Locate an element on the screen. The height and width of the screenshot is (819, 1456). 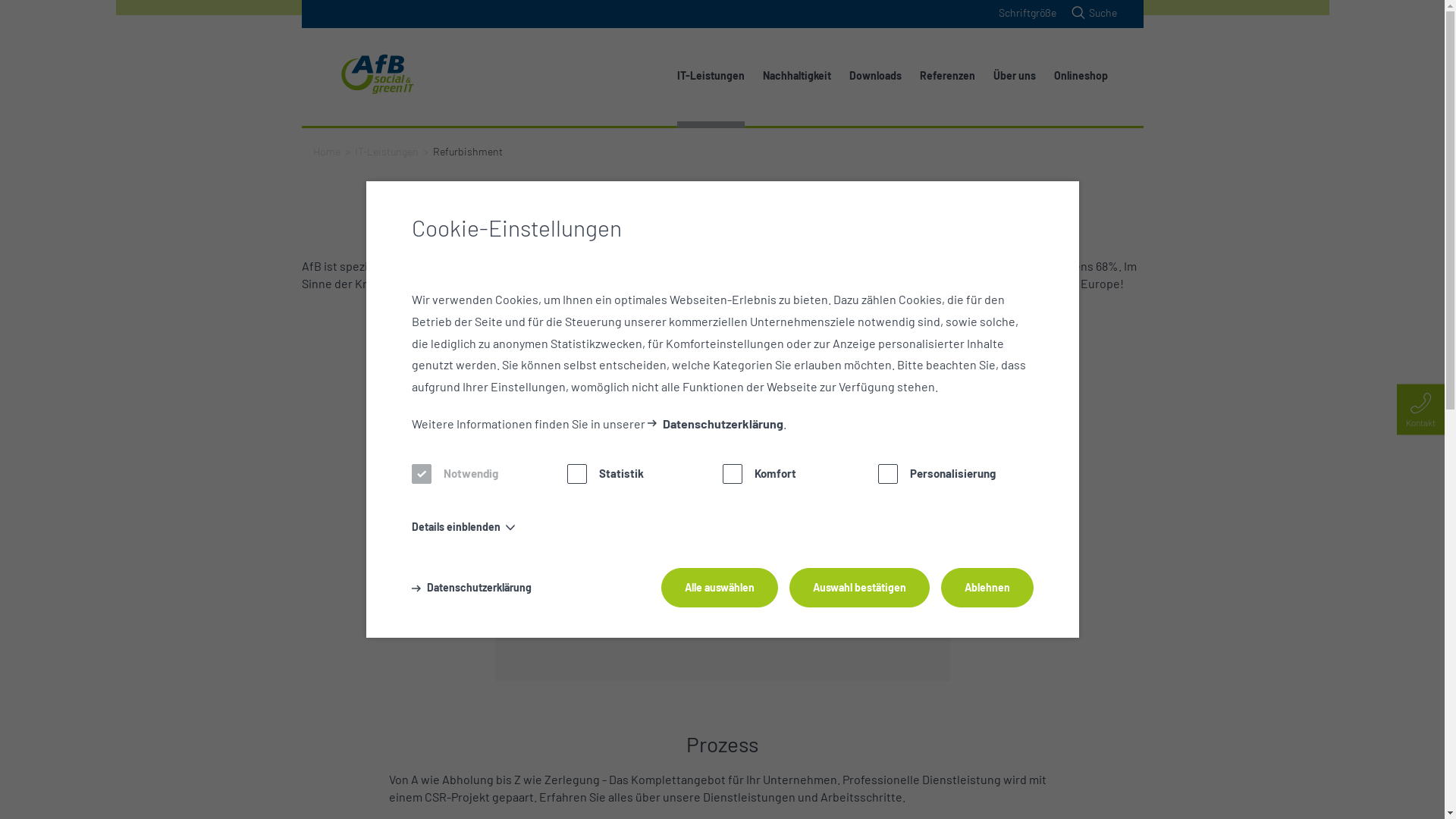
'Ablehnen' is located at coordinates (939, 587).